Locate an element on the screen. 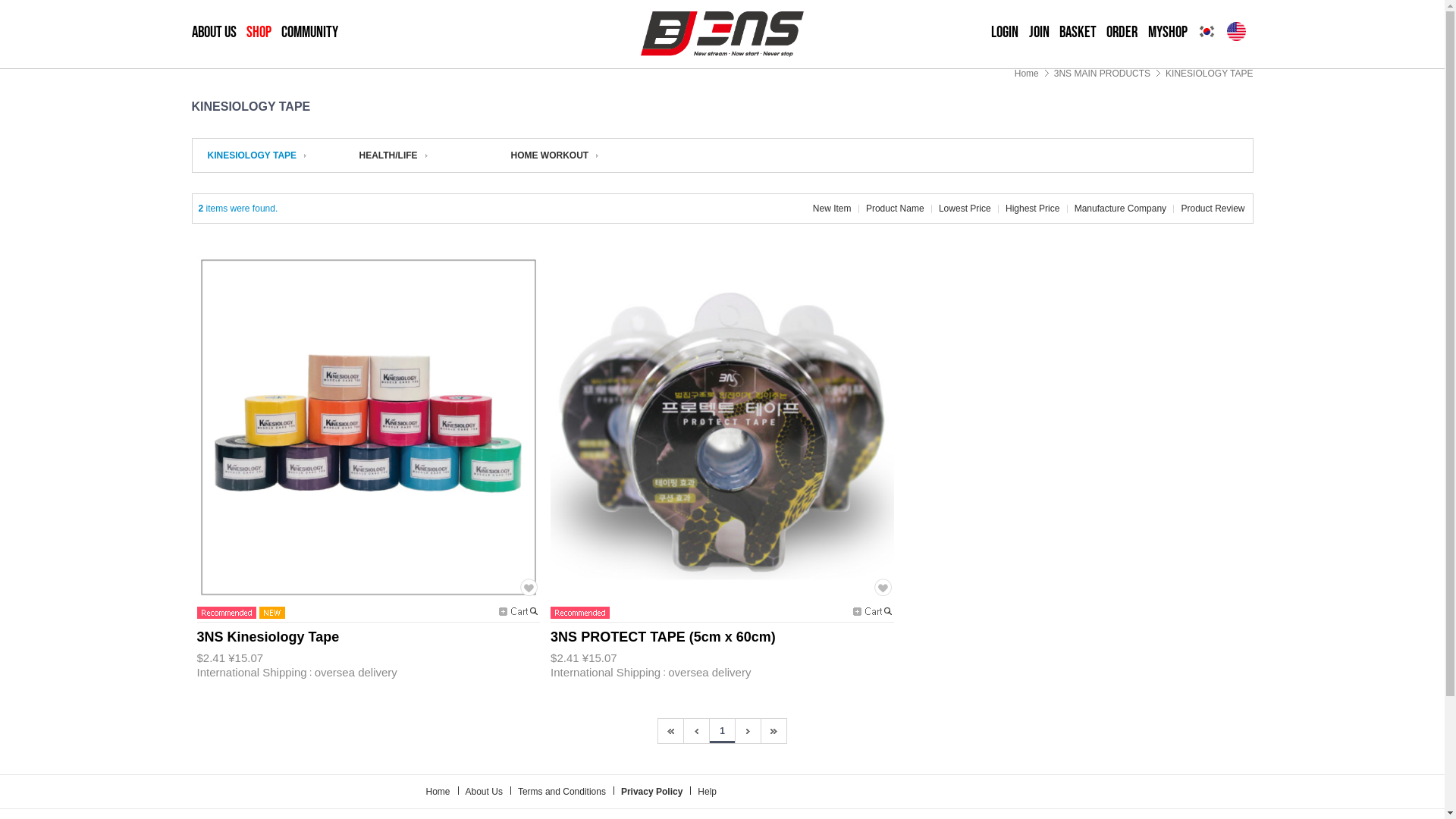 Image resolution: width=1456 pixels, height=819 pixels. 'SHOP' is located at coordinates (259, 32).